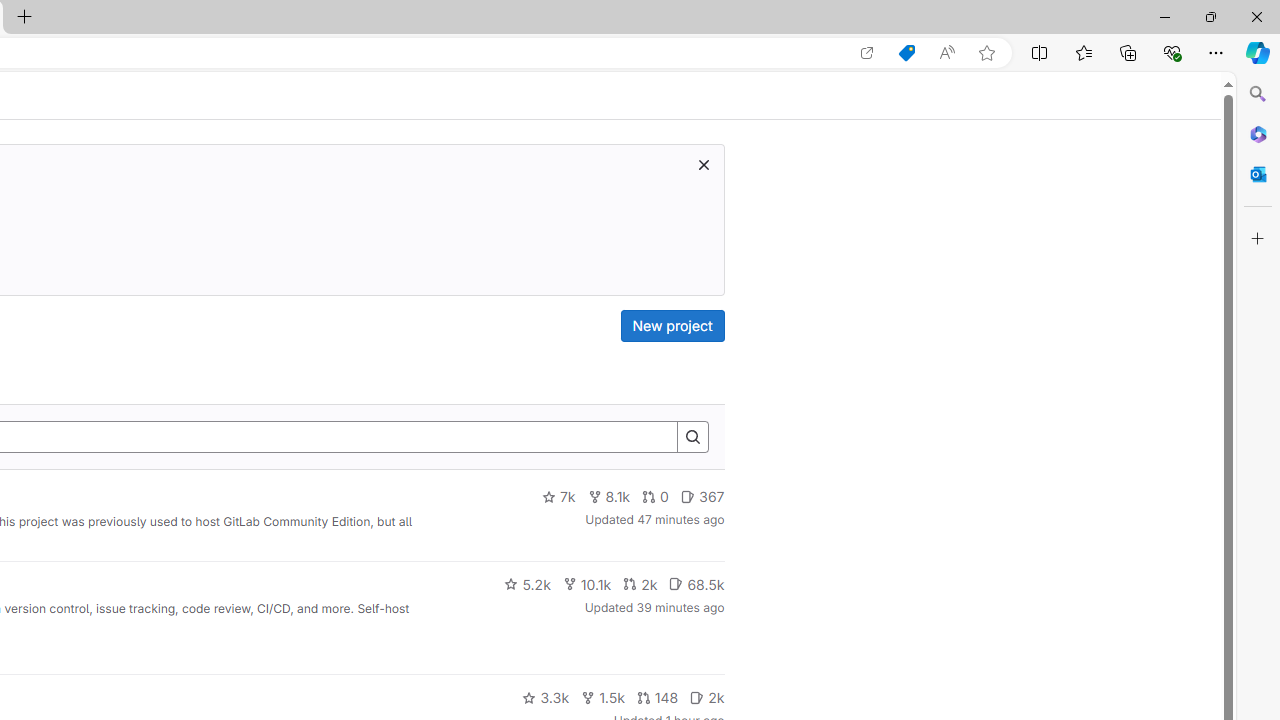 Image resolution: width=1280 pixels, height=720 pixels. Describe the element at coordinates (585, 583) in the screenshot. I see `'10.1k'` at that location.